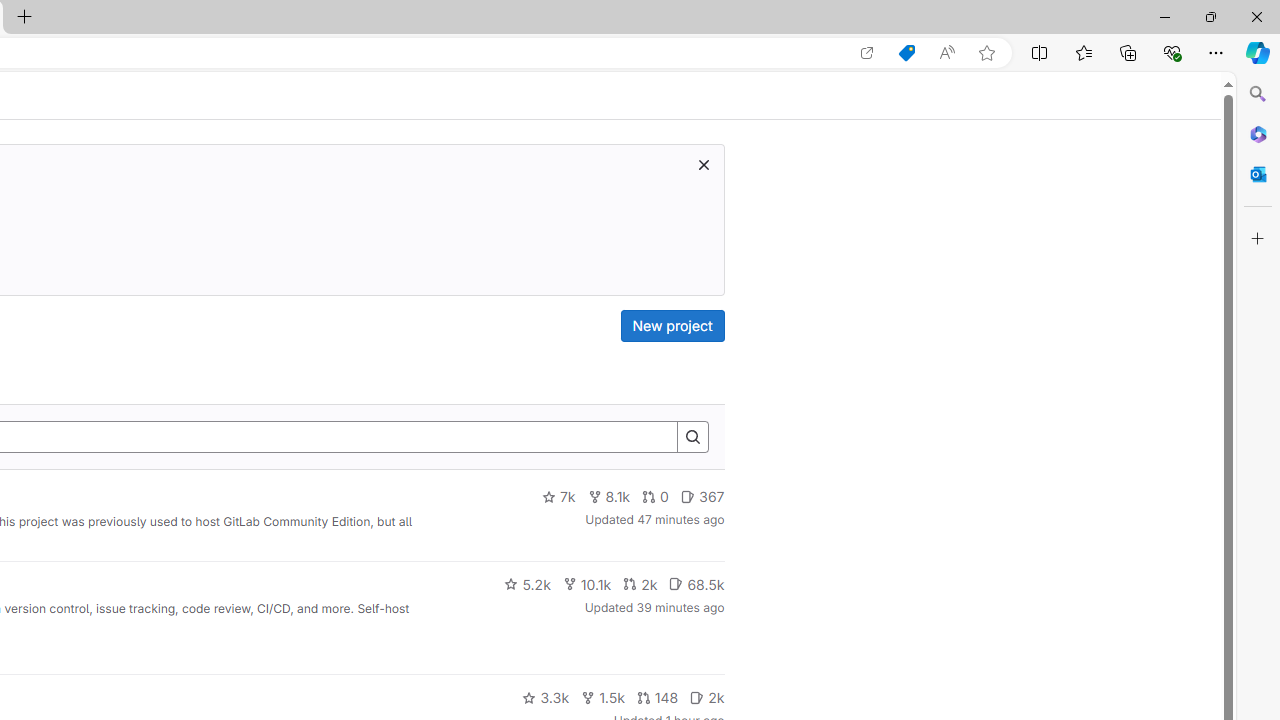 Image resolution: width=1280 pixels, height=720 pixels. Describe the element at coordinates (585, 583) in the screenshot. I see `'10.1k'` at that location.